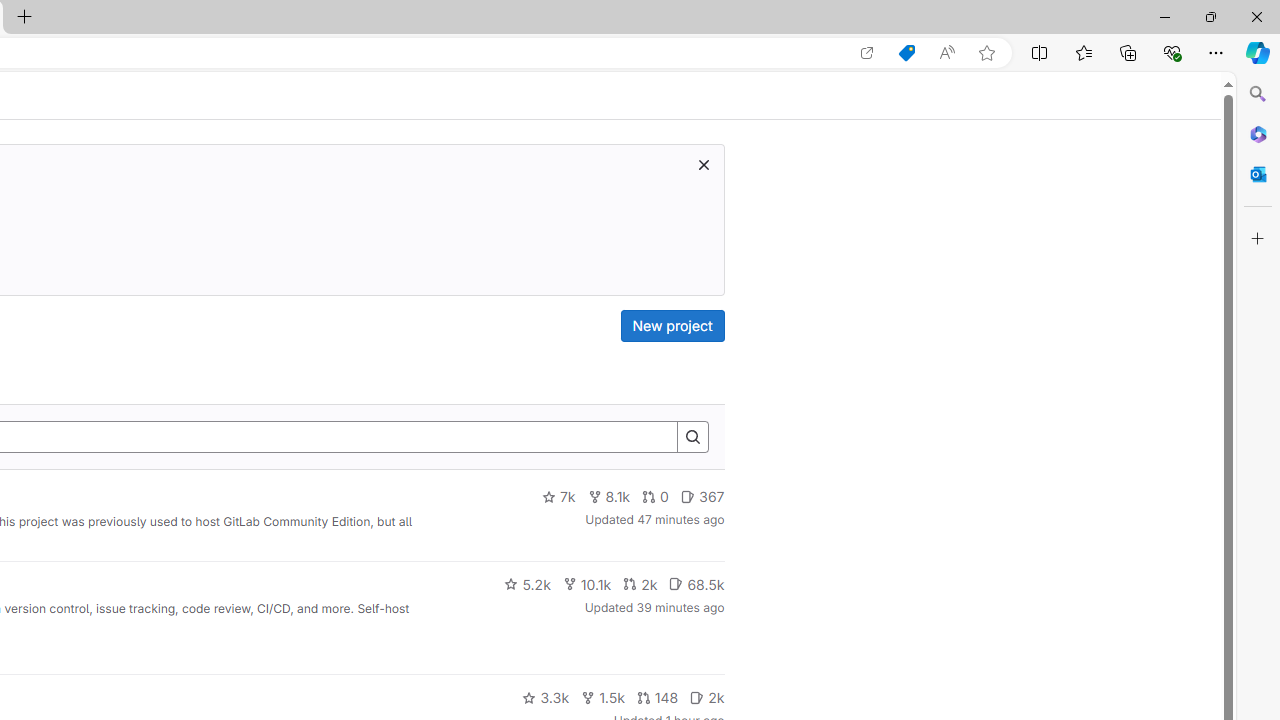 Image resolution: width=1280 pixels, height=720 pixels. Describe the element at coordinates (585, 583) in the screenshot. I see `'10.1k'` at that location.